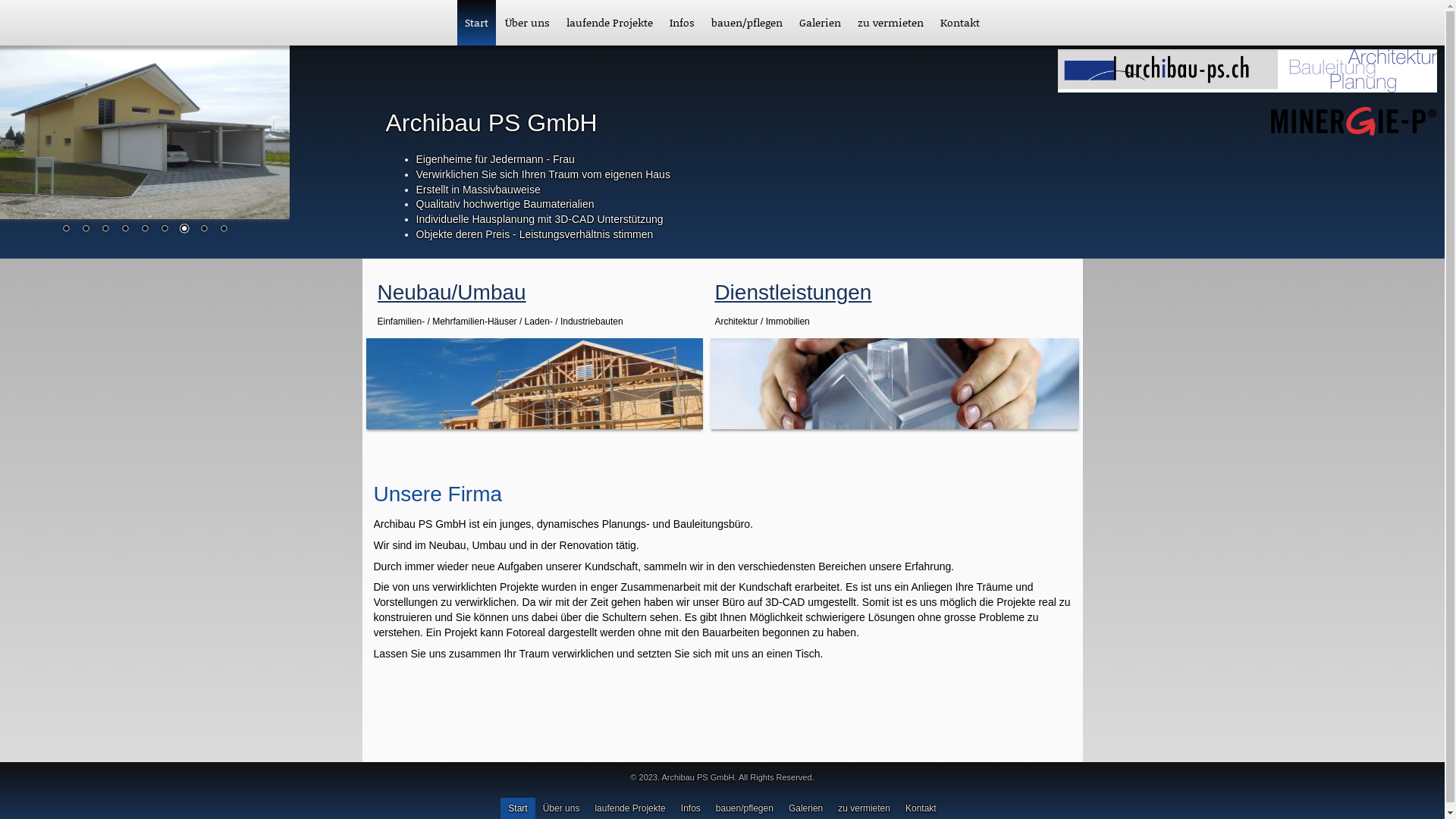 The width and height of the screenshot is (1456, 819). Describe the element at coordinates (790, 23) in the screenshot. I see `'Galerien'` at that location.